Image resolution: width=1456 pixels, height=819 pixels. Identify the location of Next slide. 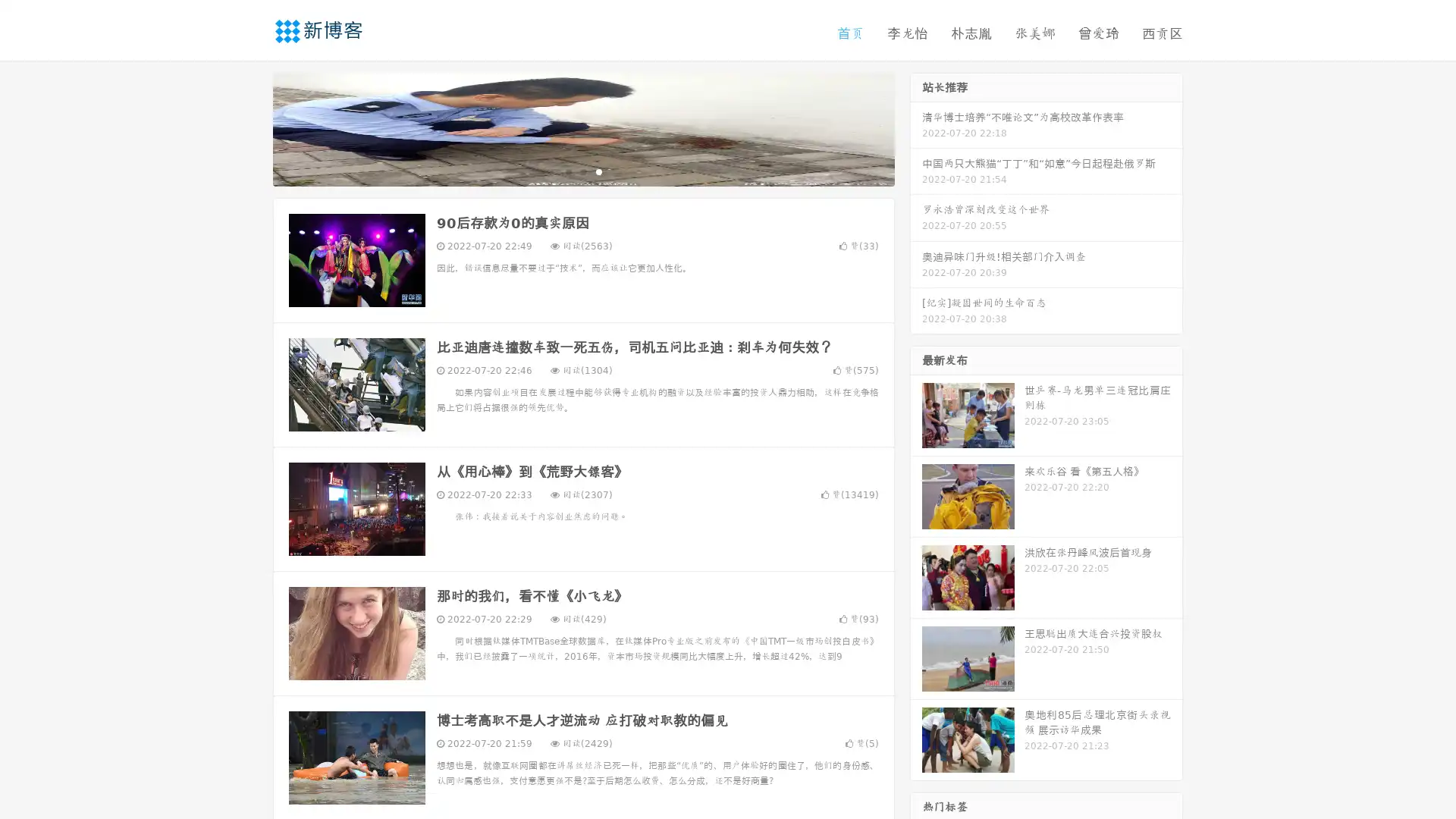
(916, 127).